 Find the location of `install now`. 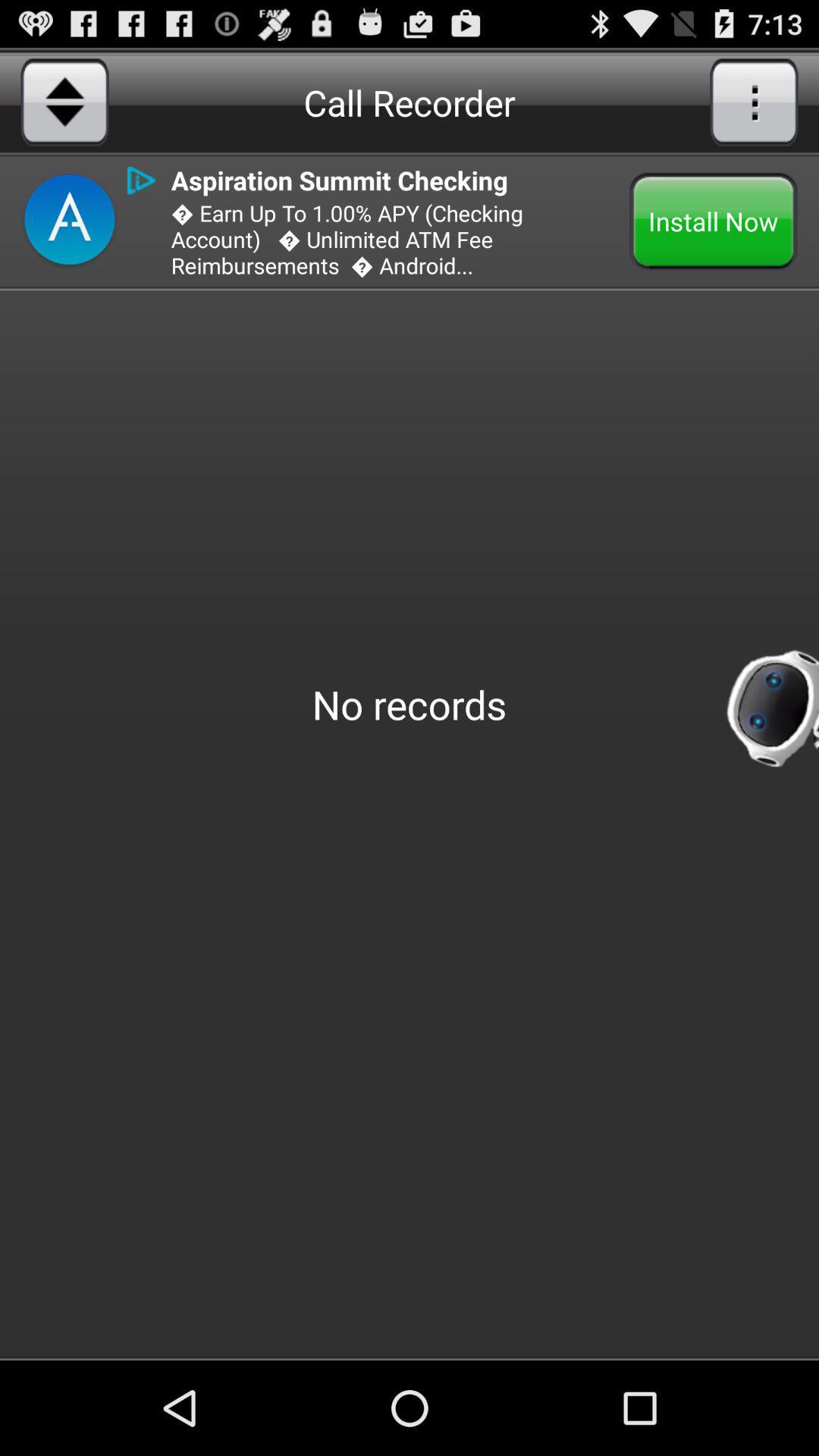

install now is located at coordinates (714, 221).